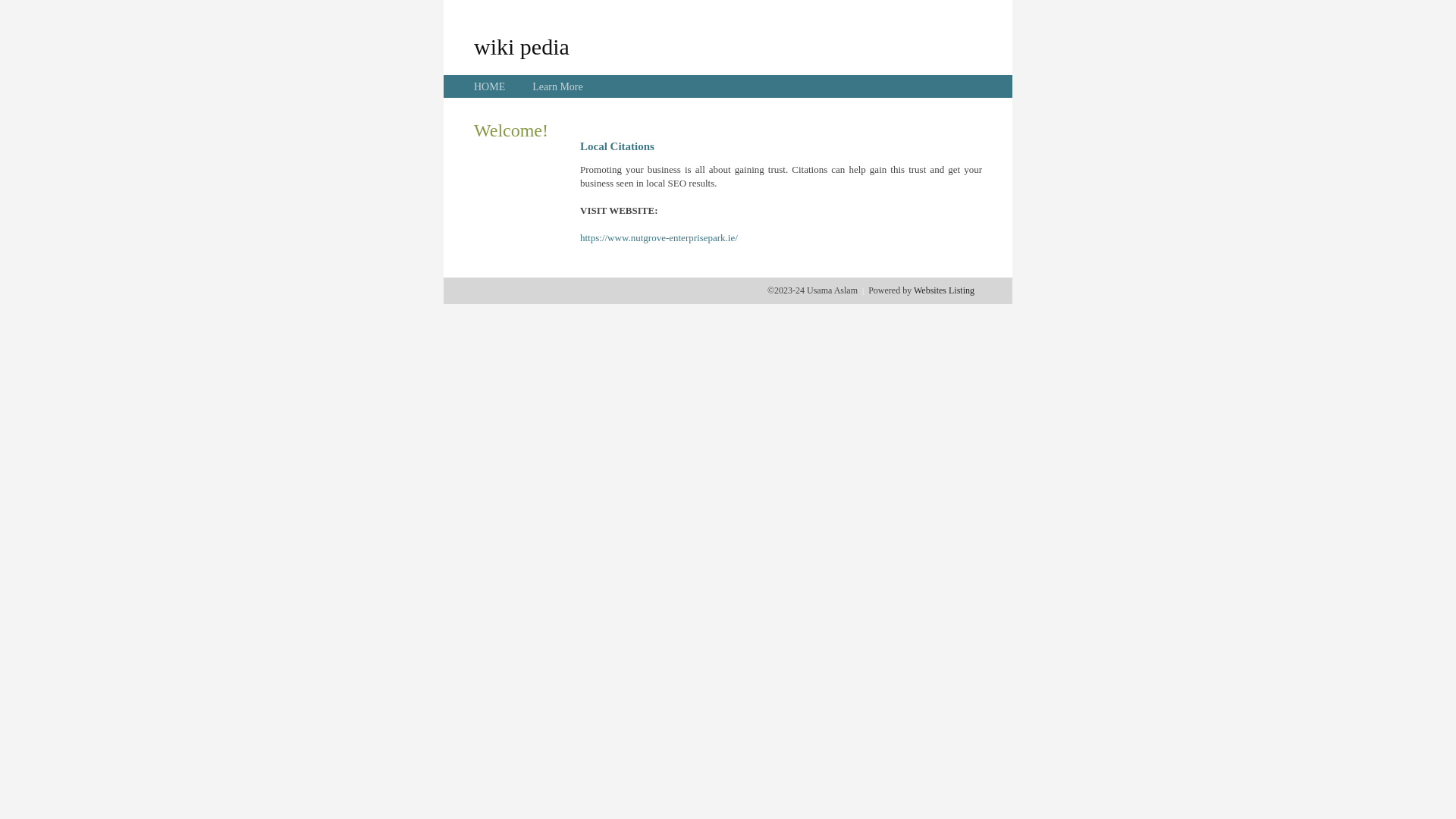  Describe the element at coordinates (532, 86) in the screenshot. I see `'Learn More'` at that location.